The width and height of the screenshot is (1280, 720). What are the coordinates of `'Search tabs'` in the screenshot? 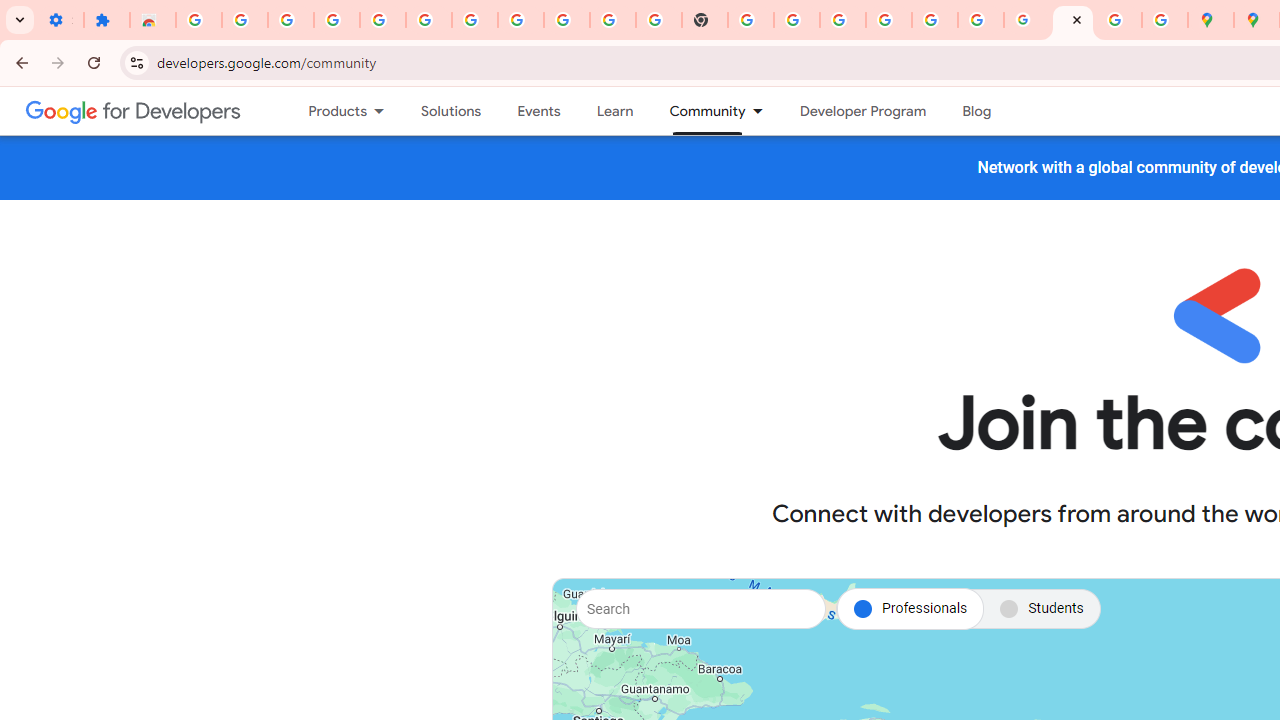 It's located at (20, 20).